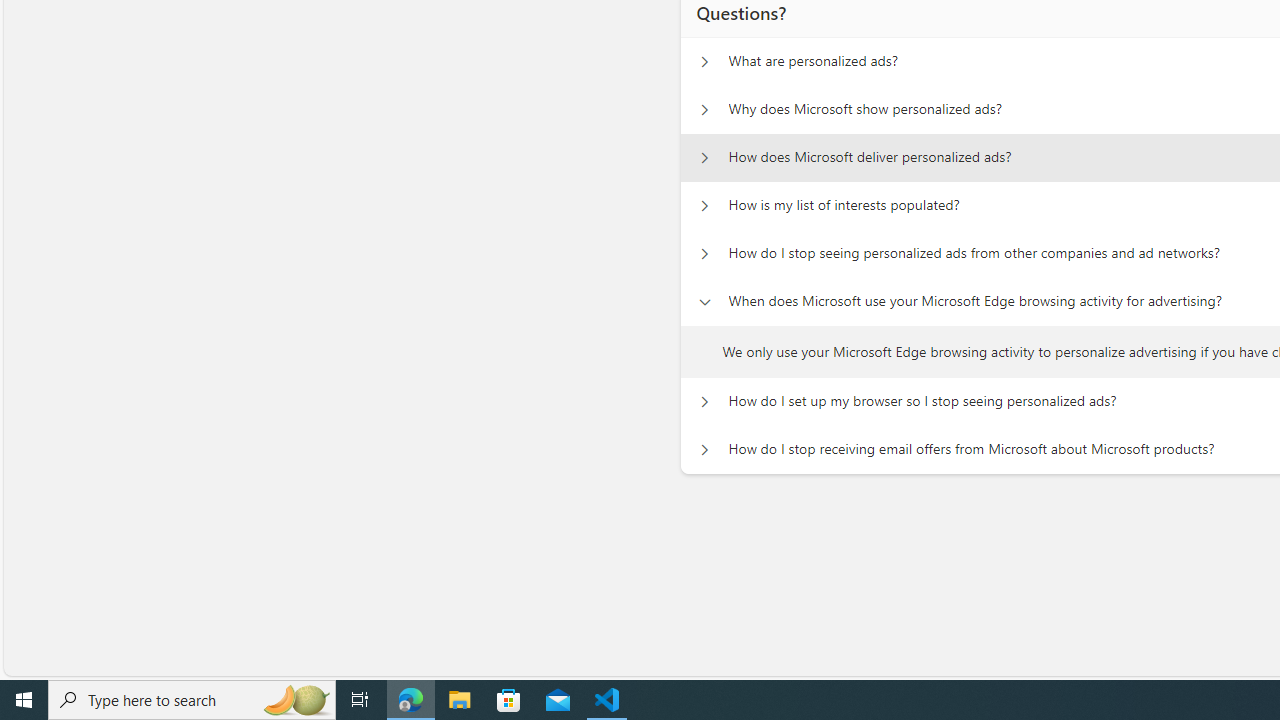 The width and height of the screenshot is (1280, 720). Describe the element at coordinates (704, 61) in the screenshot. I see `'Questions? What are personalized ads?'` at that location.